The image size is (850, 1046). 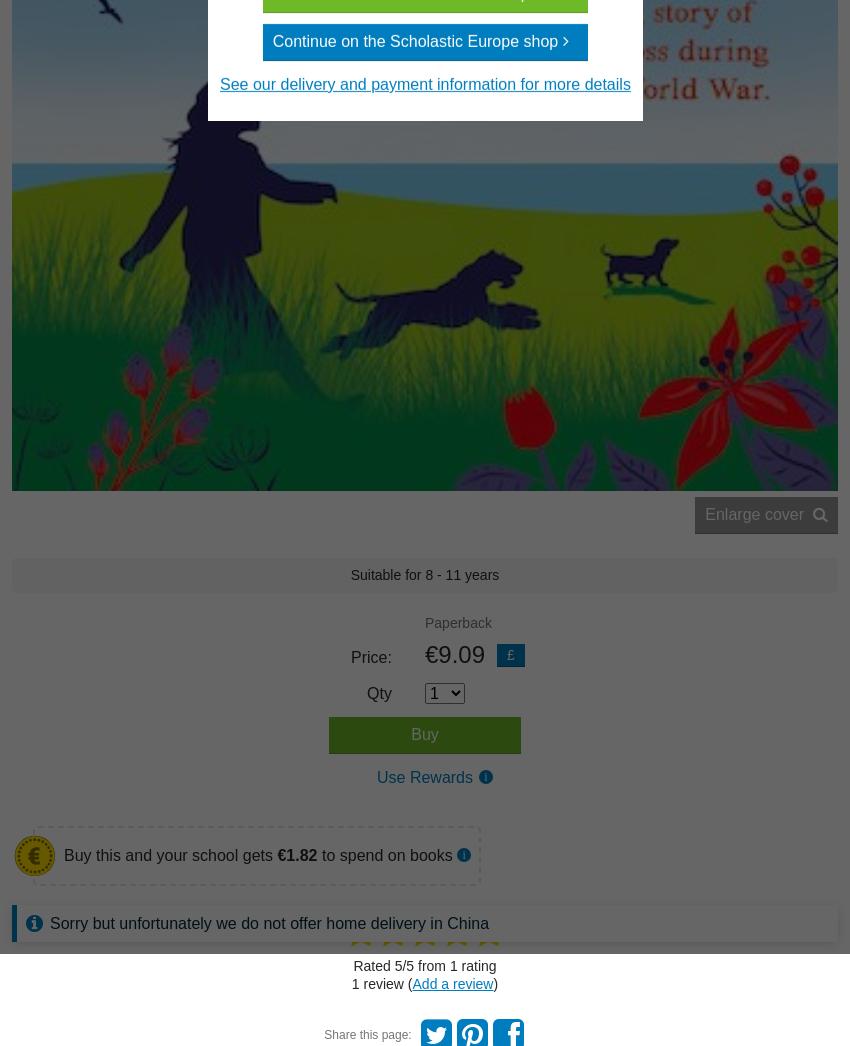 I want to click on '9.09', so click(x=460, y=653).